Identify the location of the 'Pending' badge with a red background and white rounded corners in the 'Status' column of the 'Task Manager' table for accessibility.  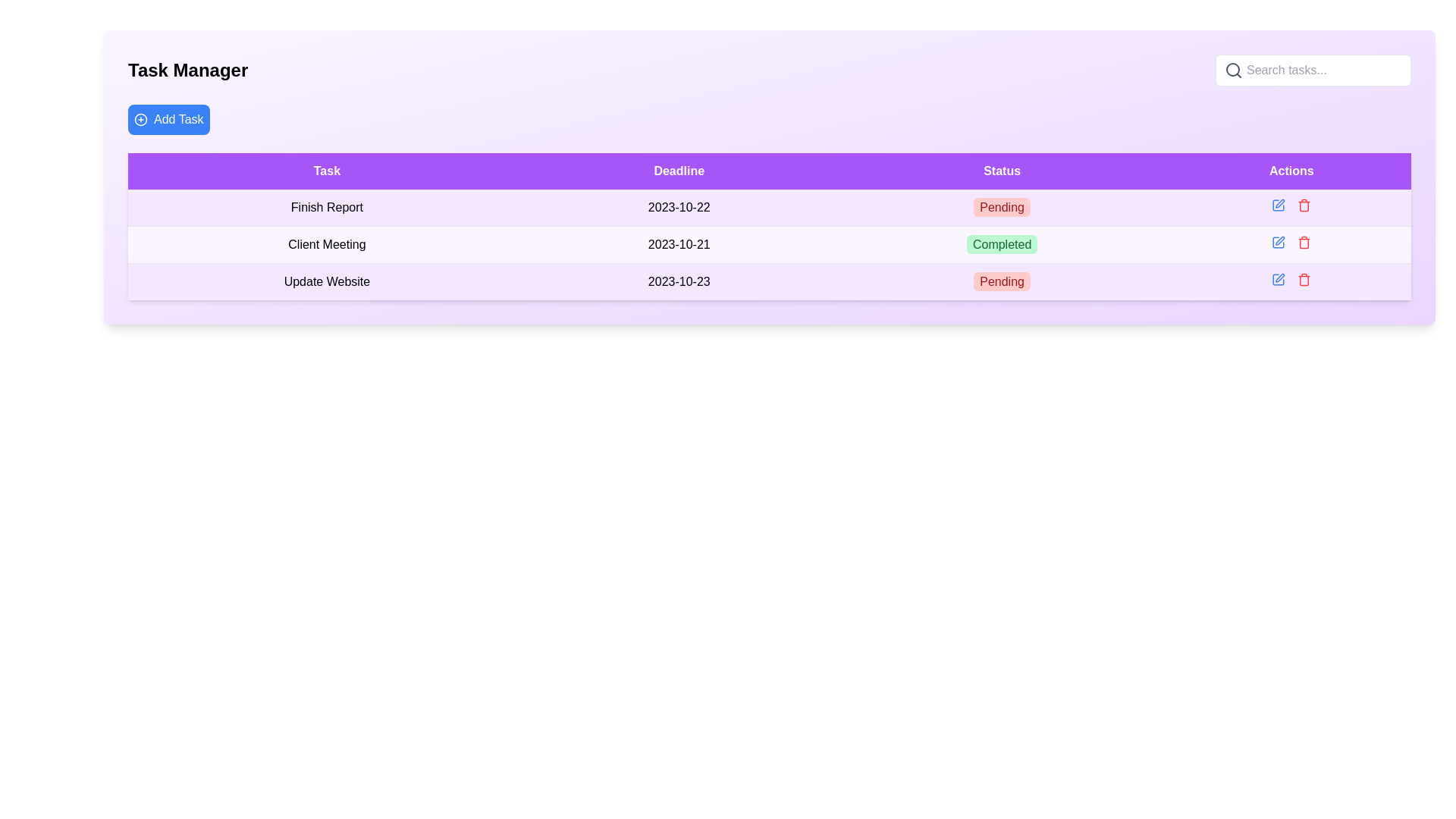
(1002, 281).